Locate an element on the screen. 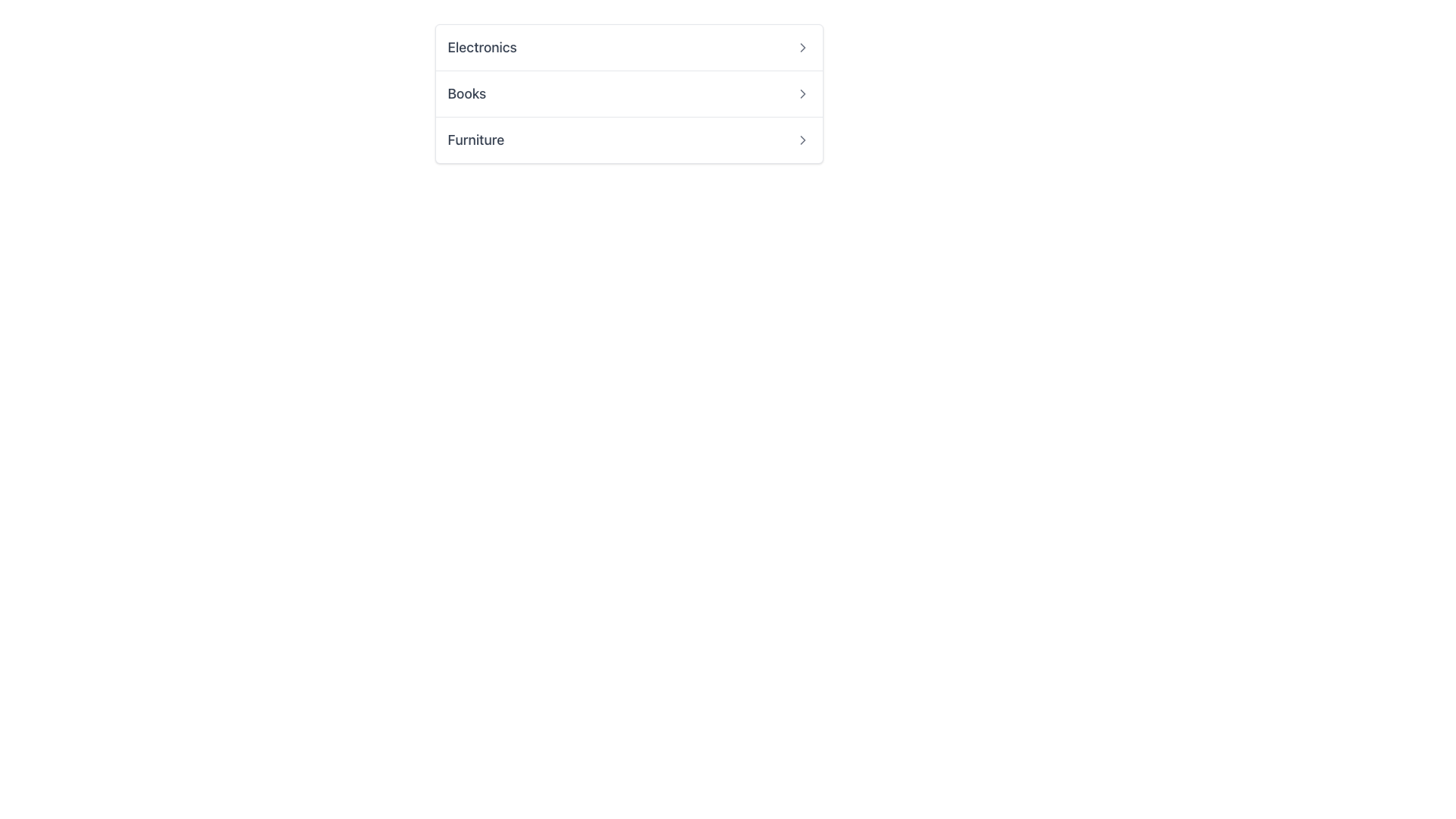 Image resolution: width=1456 pixels, height=819 pixels. the chevron icon next to the 'Furniture' label in the third row of the vertical list is located at coordinates (802, 140).